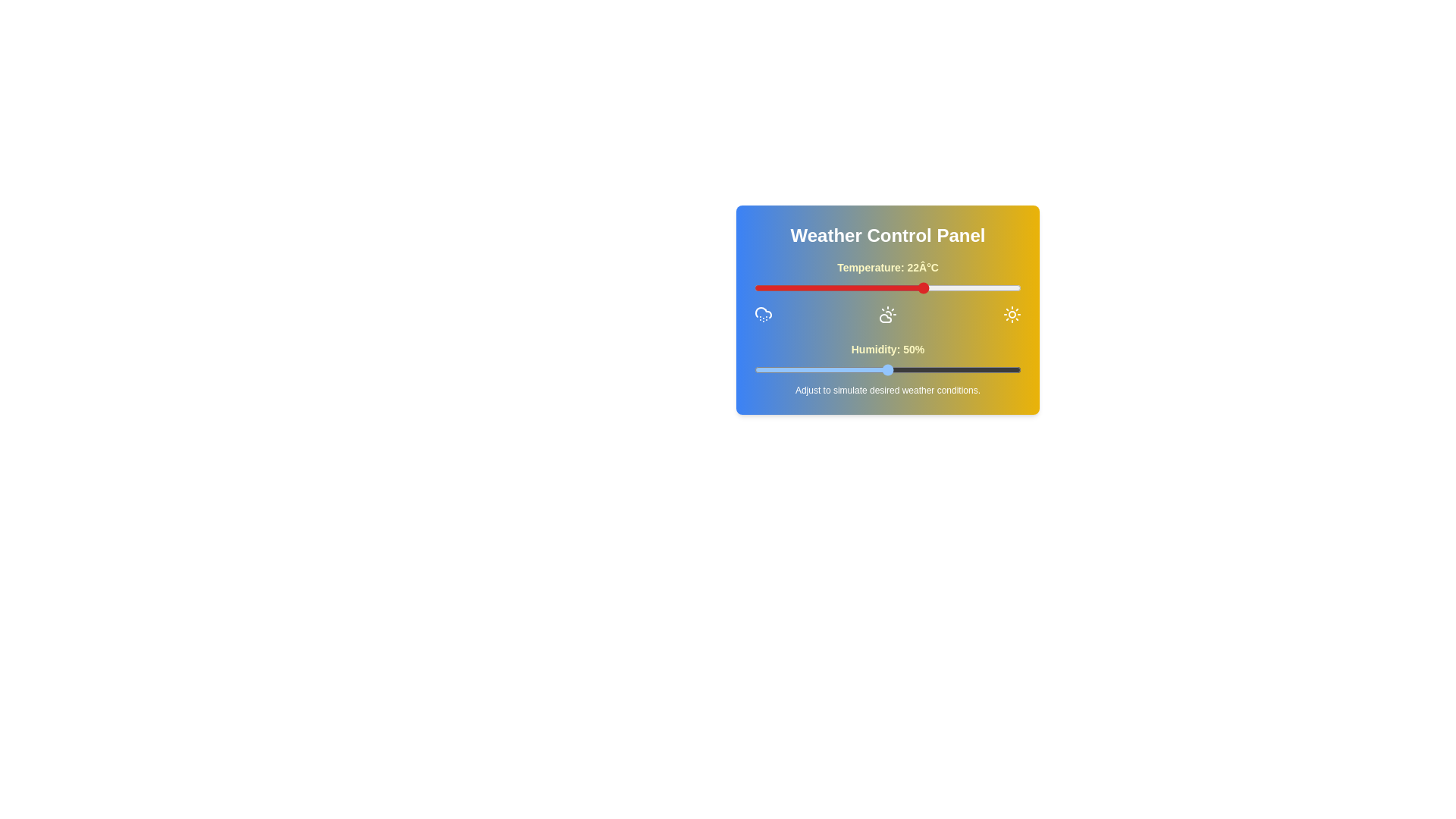 The width and height of the screenshot is (1456, 819). What do you see at coordinates (850, 288) in the screenshot?
I see `temperature` at bounding box center [850, 288].